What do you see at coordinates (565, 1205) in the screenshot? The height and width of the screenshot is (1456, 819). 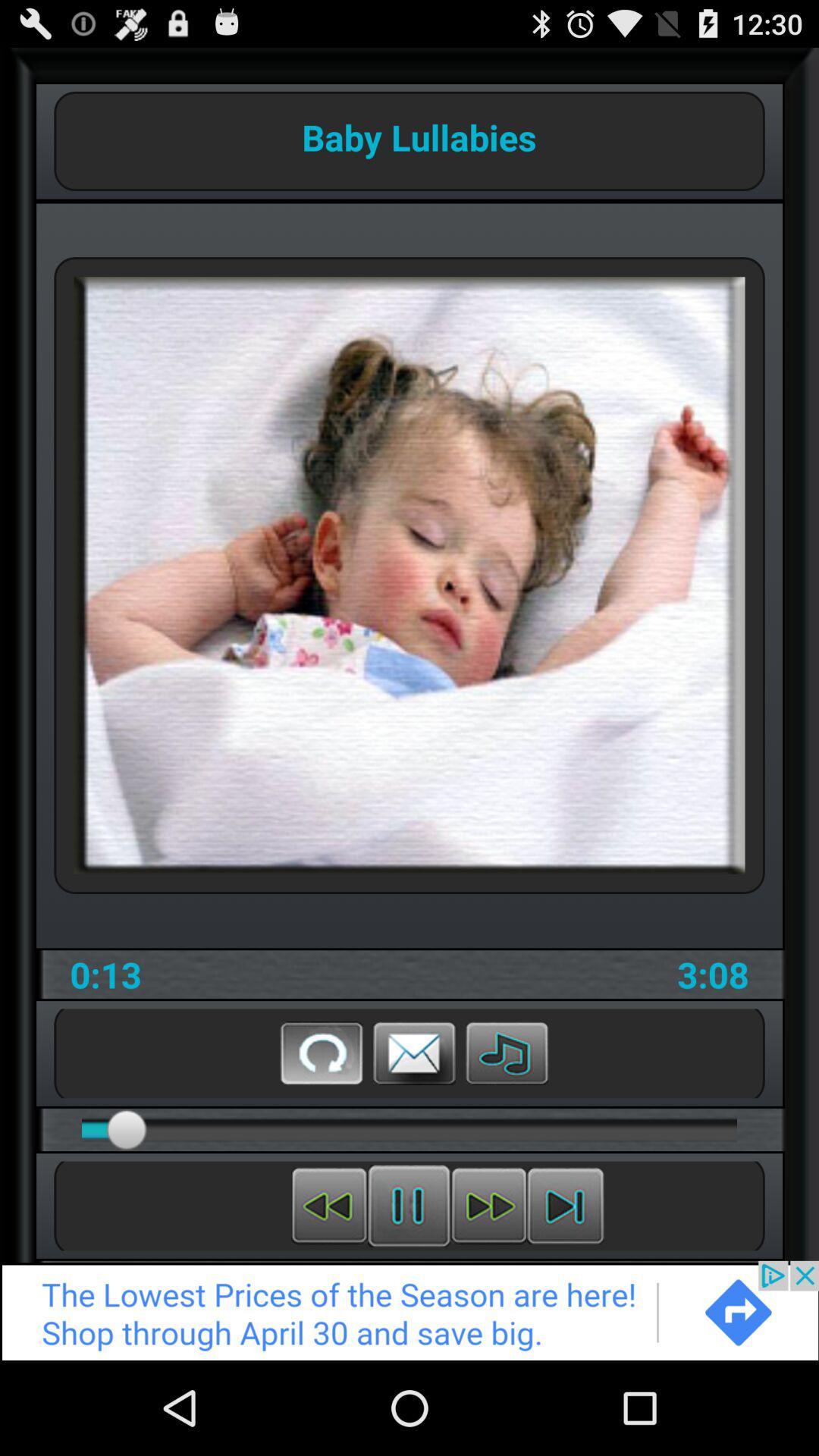 I see `next lullaby` at bounding box center [565, 1205].